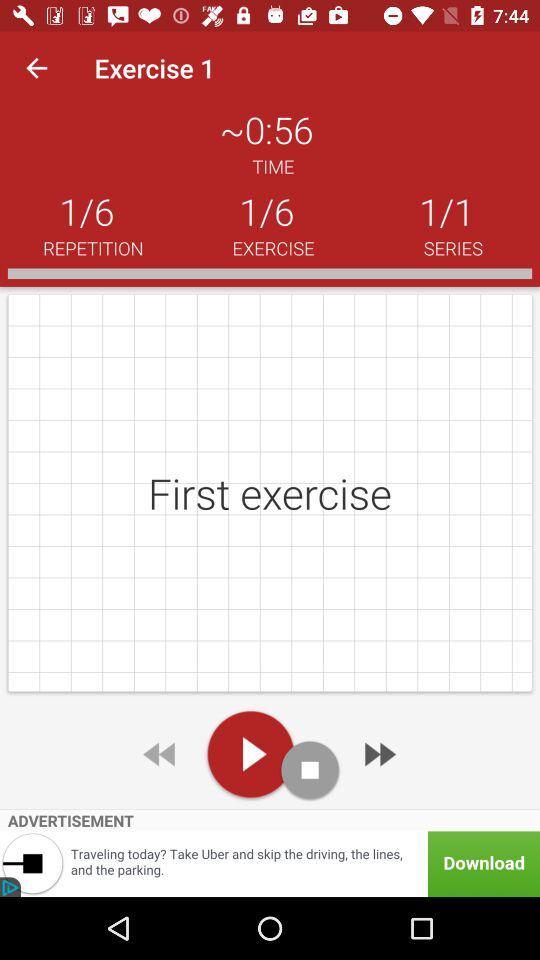 The image size is (540, 960). Describe the element at coordinates (270, 863) in the screenshot. I see `open advertisement` at that location.